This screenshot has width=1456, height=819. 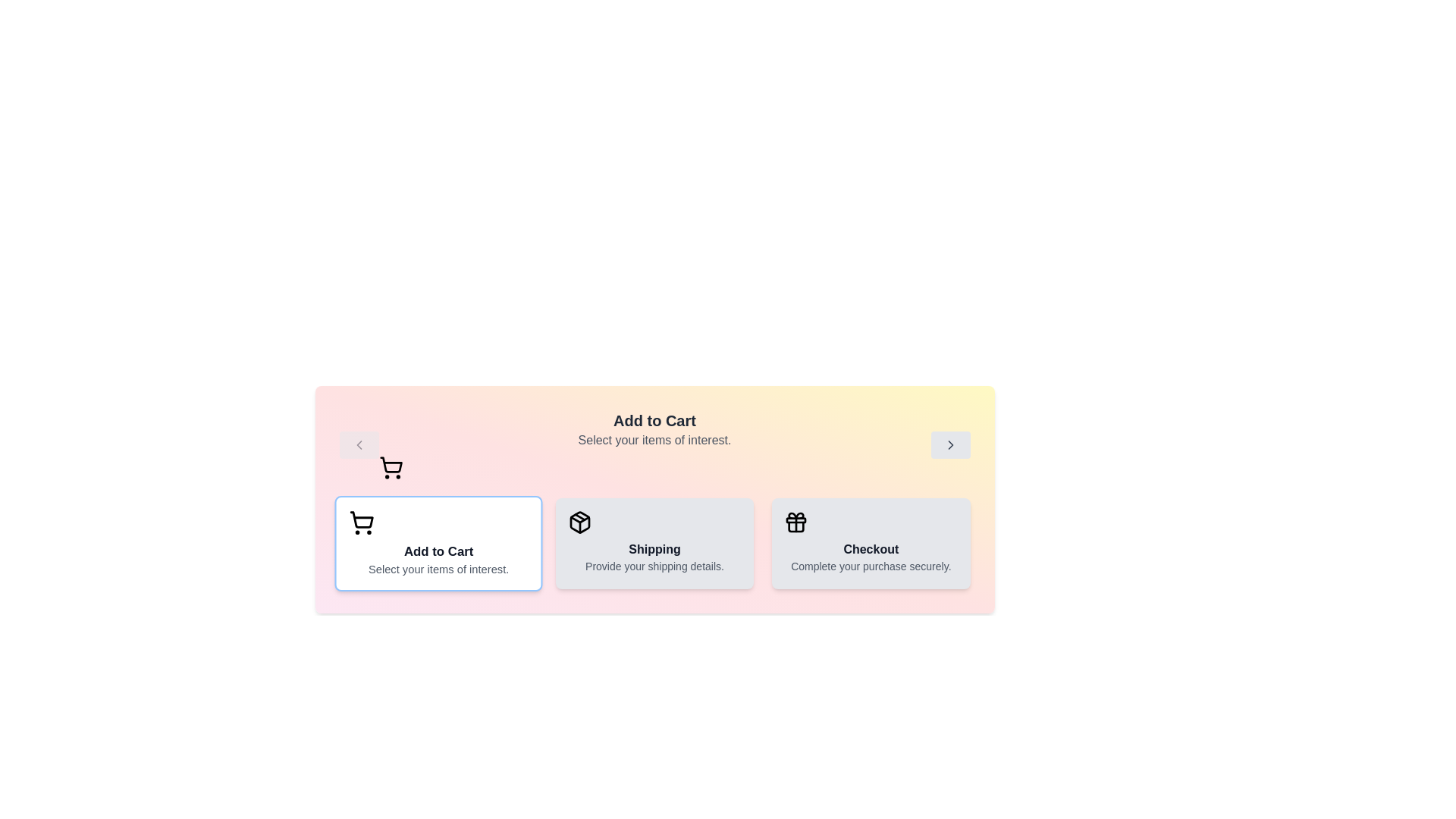 I want to click on the circular button with a left-facing chevron icon located in the 'Add to Cart' section, so click(x=358, y=444).